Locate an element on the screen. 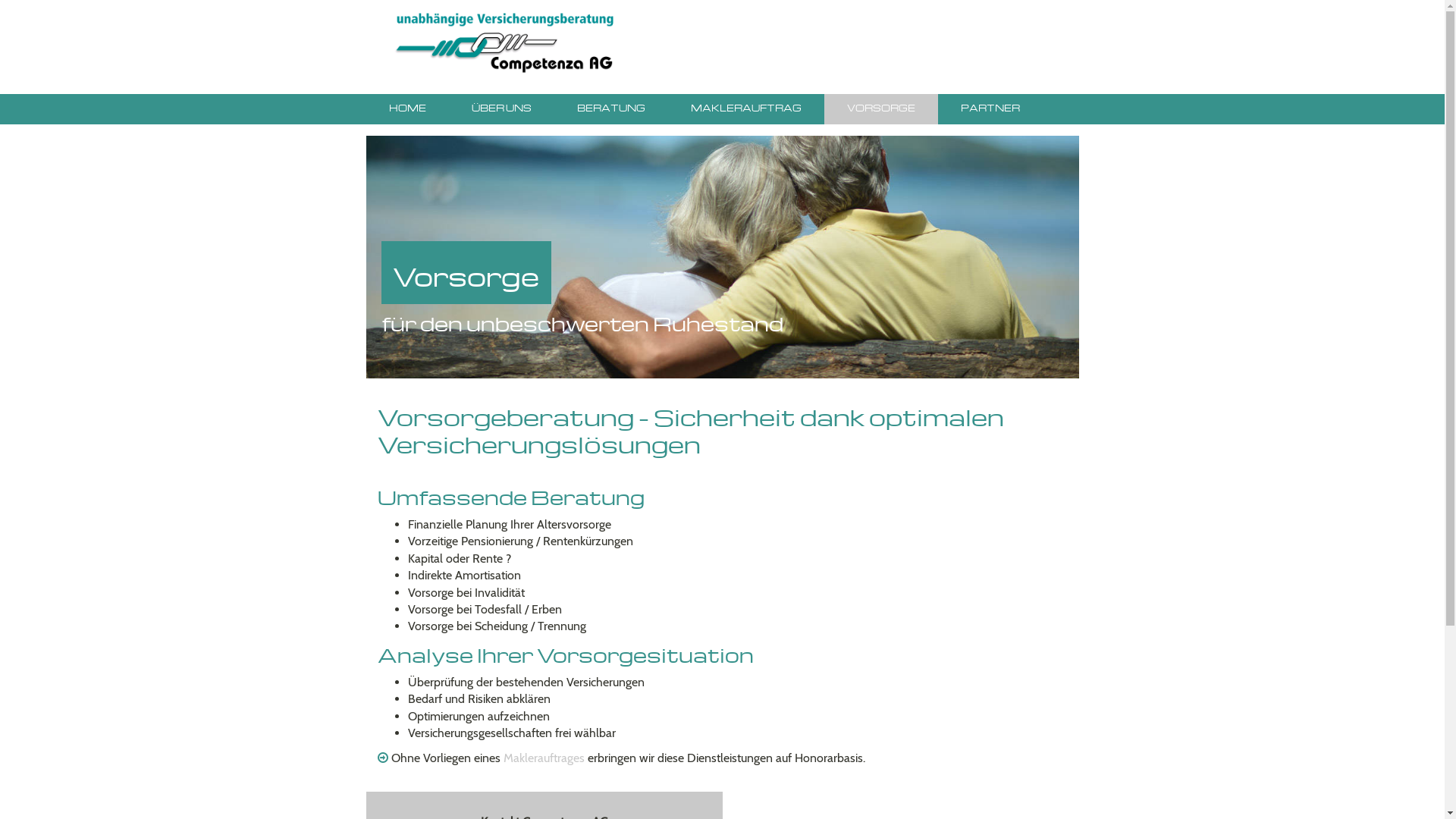  'BERATUNG' is located at coordinates (610, 108).